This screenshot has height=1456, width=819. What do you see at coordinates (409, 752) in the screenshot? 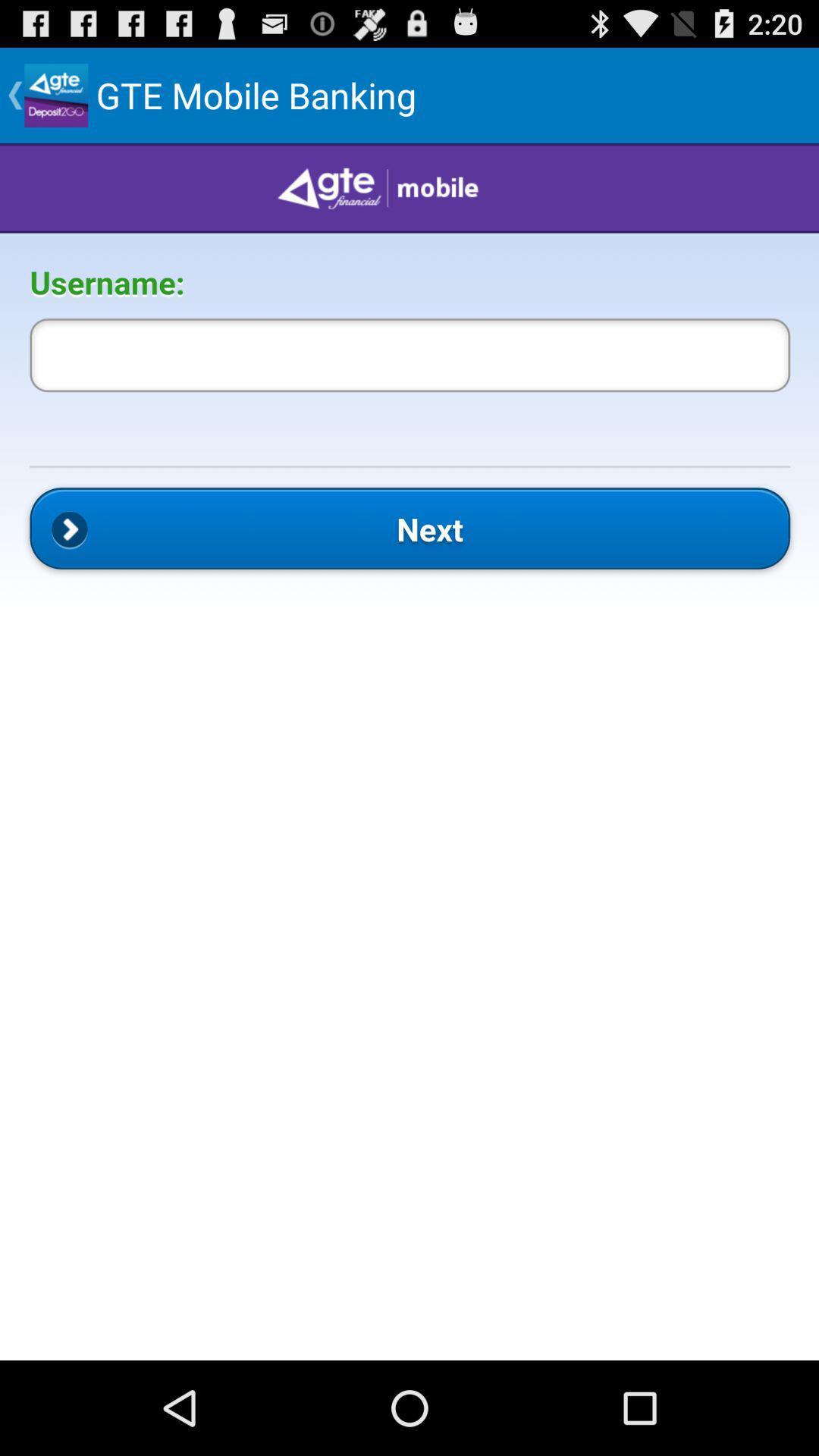
I see `mobile banking insert username go to the next page` at bounding box center [409, 752].